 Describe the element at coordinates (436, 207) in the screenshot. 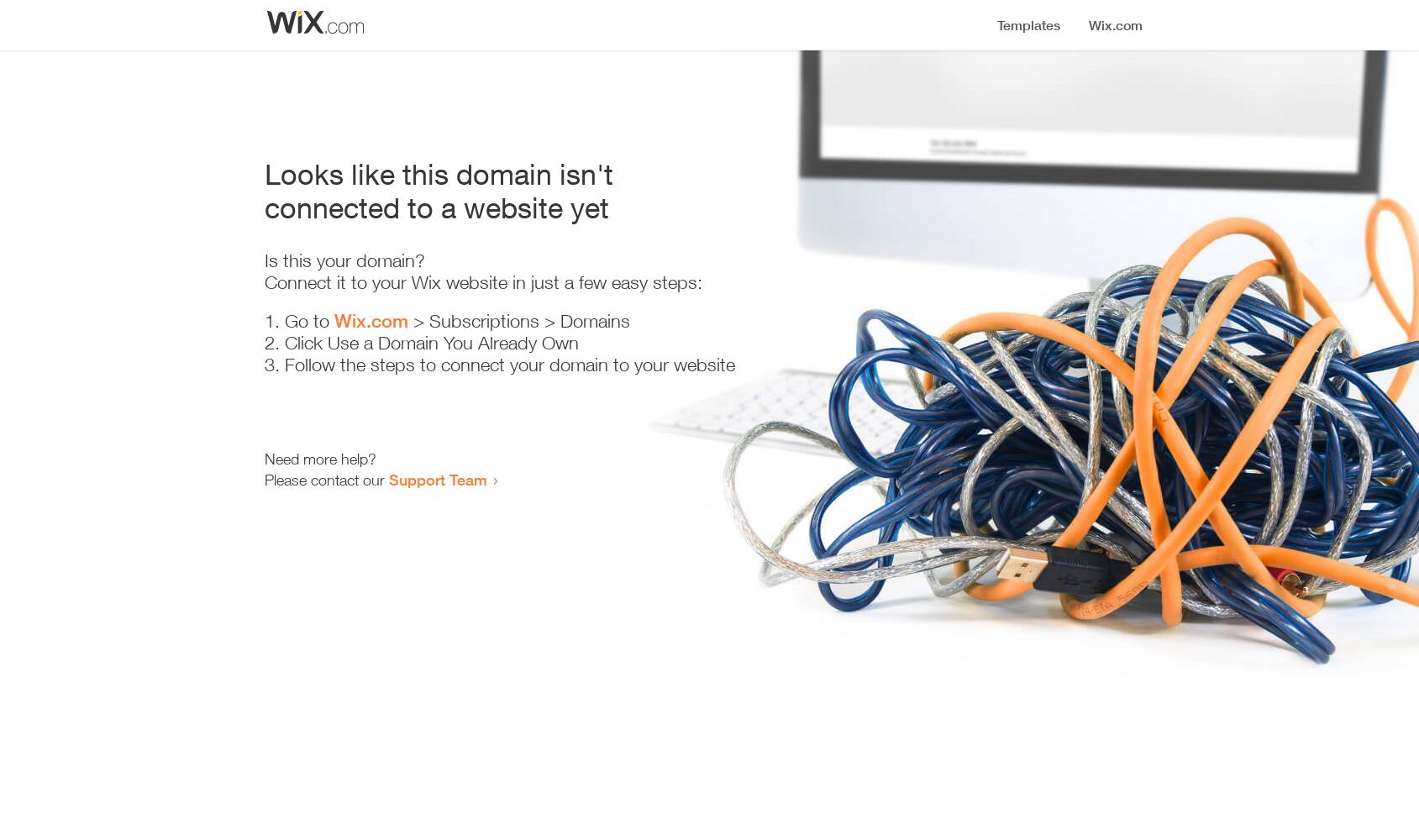

I see `'connected to a website yet'` at that location.